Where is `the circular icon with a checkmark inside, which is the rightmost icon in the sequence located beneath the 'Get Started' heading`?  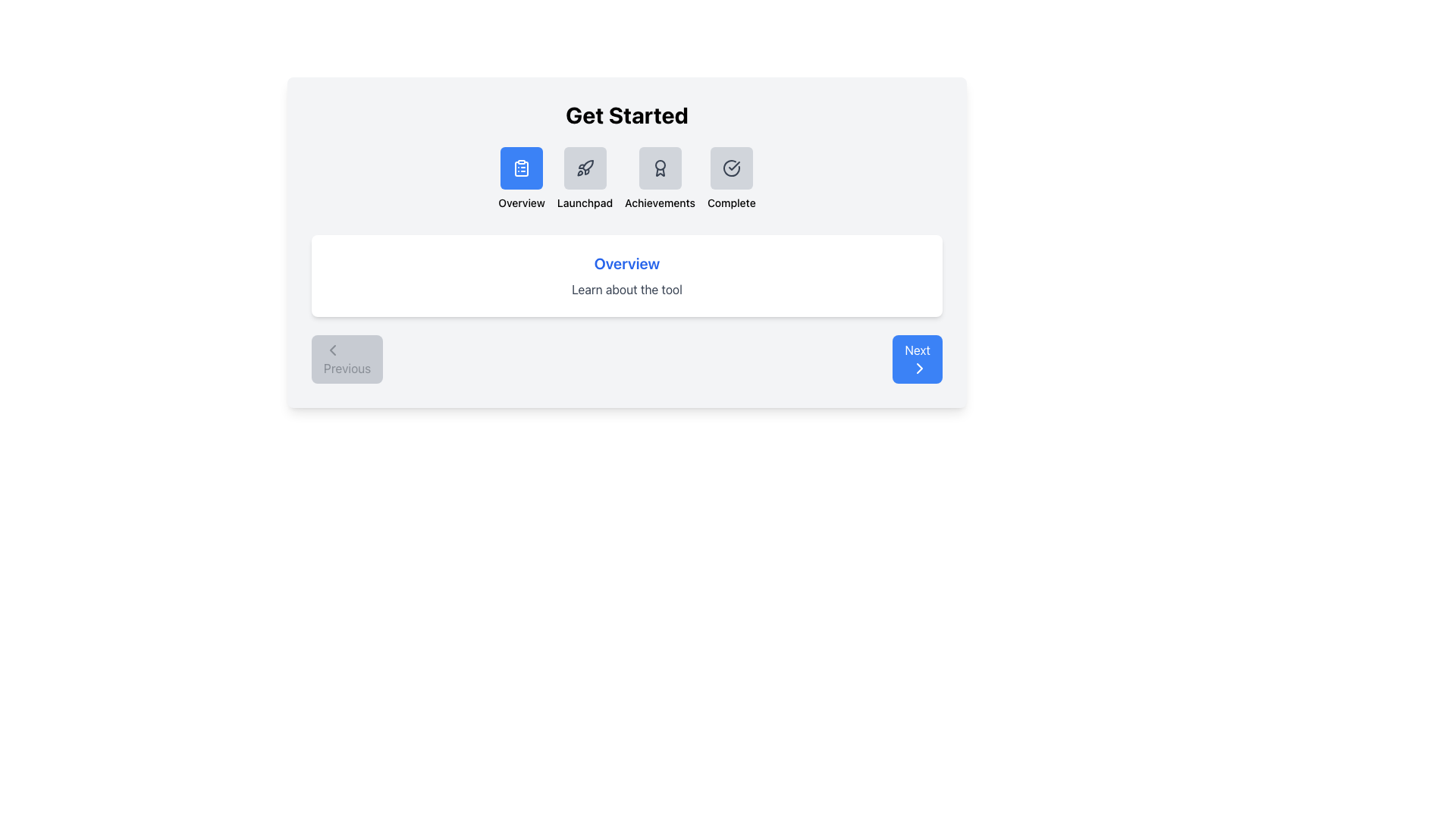 the circular icon with a checkmark inside, which is the rightmost icon in the sequence located beneath the 'Get Started' heading is located at coordinates (731, 168).